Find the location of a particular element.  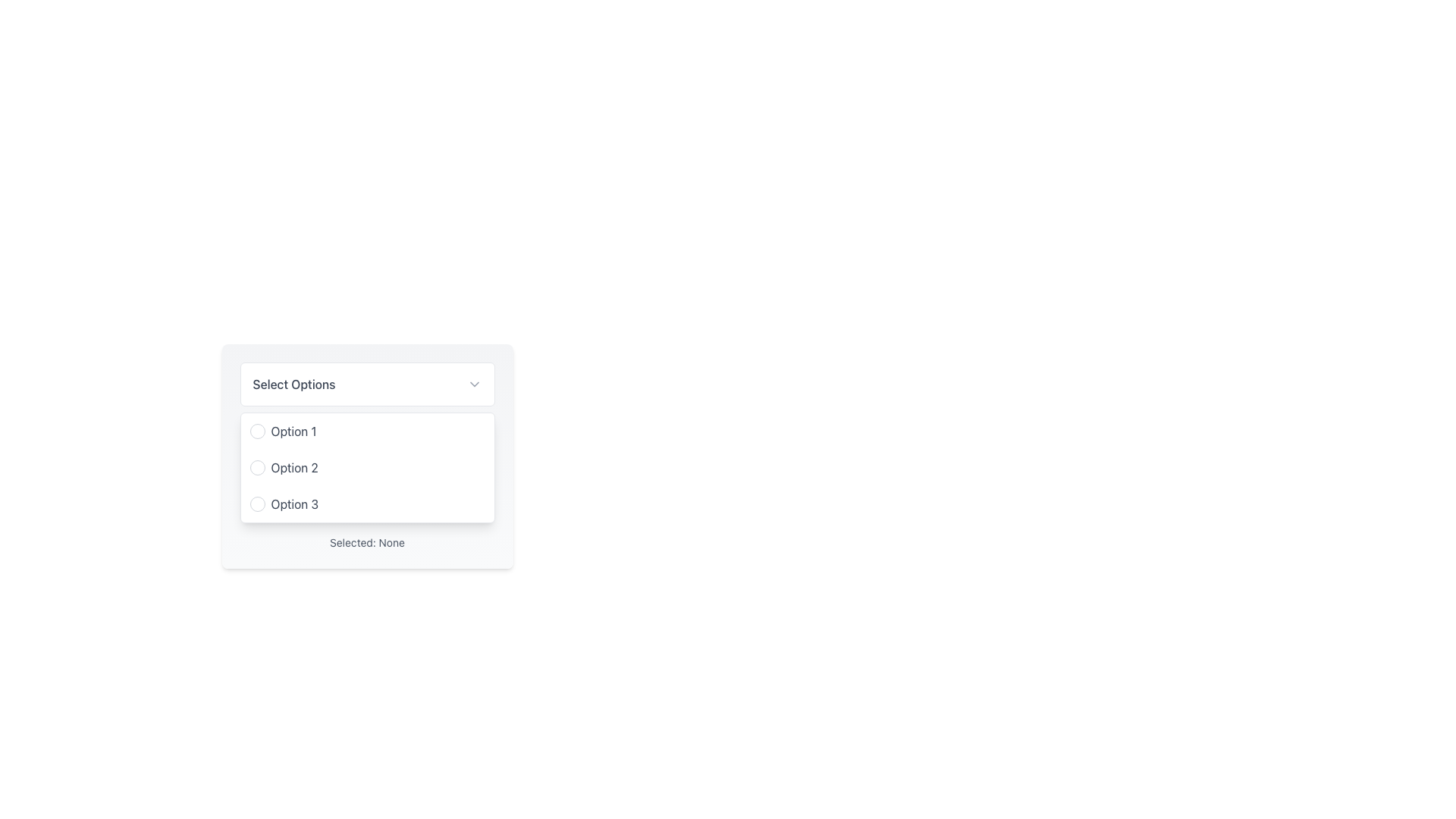

the label for the second selectable option in a vertical list, which is positioned to the right of its corresponding radio button is located at coordinates (294, 467).